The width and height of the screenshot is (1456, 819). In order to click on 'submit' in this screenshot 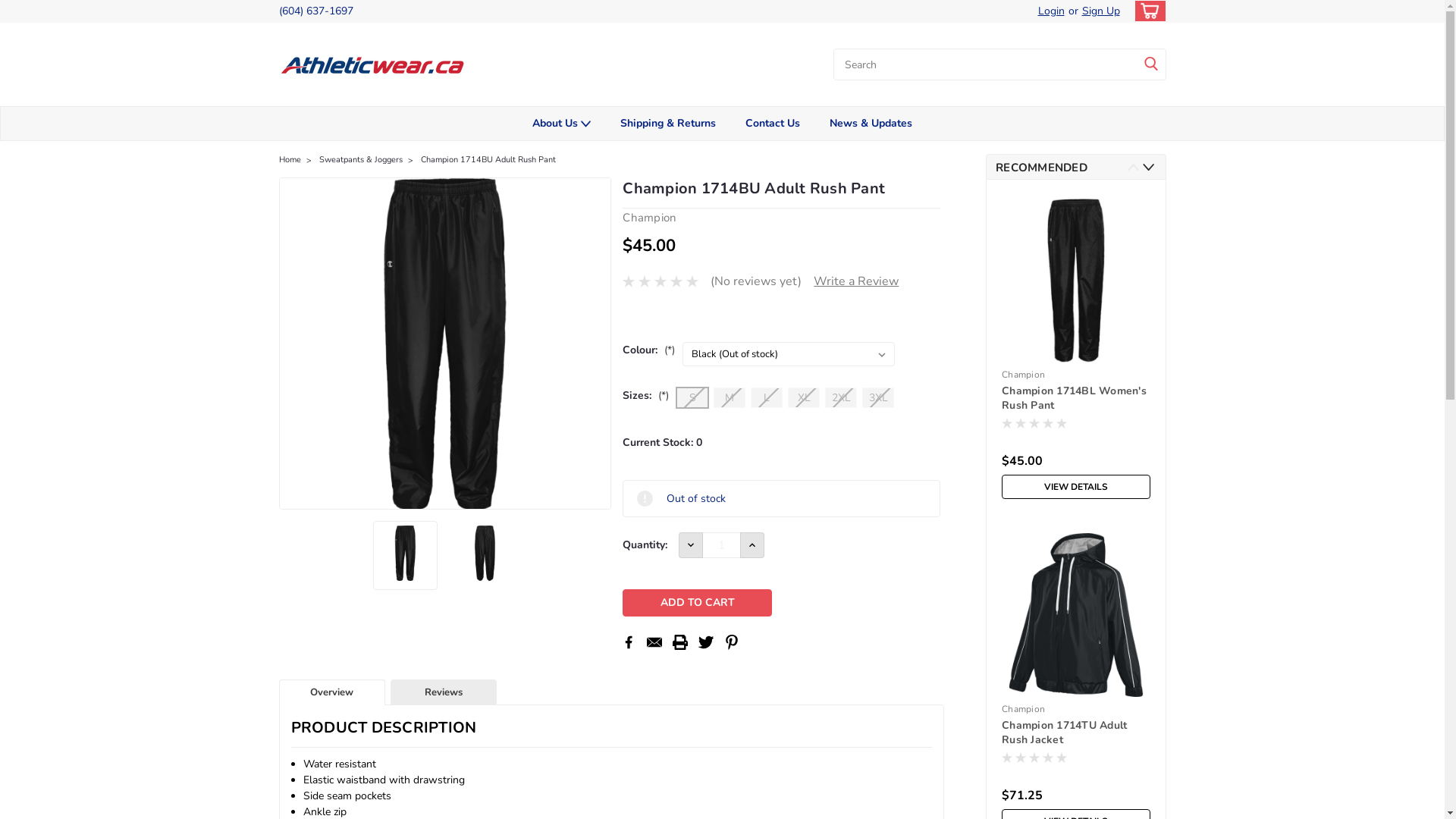, I will do `click(1150, 63)`.